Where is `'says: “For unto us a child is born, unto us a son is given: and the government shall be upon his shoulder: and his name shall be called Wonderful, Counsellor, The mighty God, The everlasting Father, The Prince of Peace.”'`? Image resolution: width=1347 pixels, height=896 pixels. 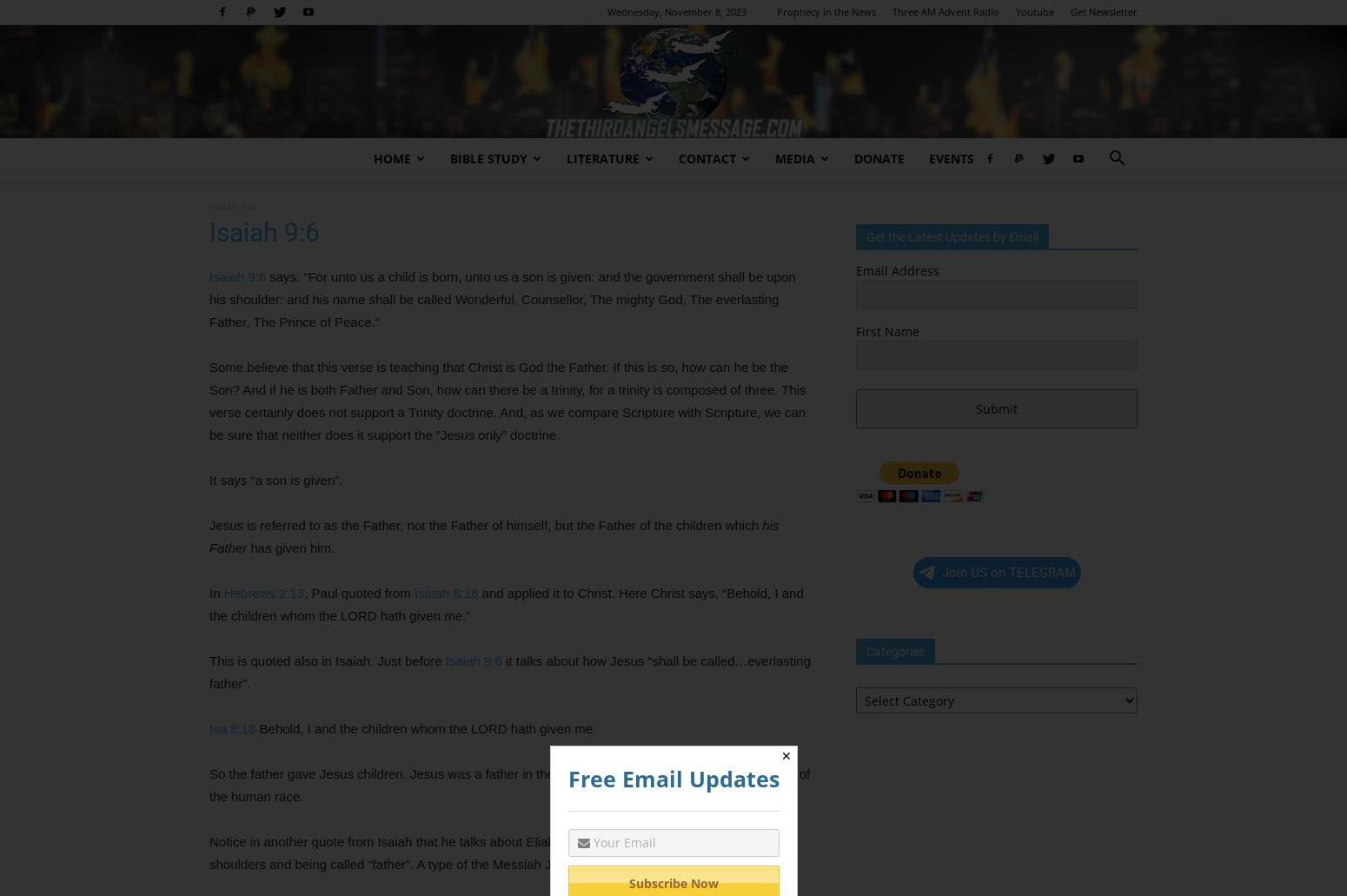
'says: “For unto us a child is born, unto us a son is given: and the government shall be upon his shoulder: and his name shall be called Wonderful, Counsellor, The mighty God, The everlasting Father, The Prince of Peace.”' is located at coordinates (209, 298).